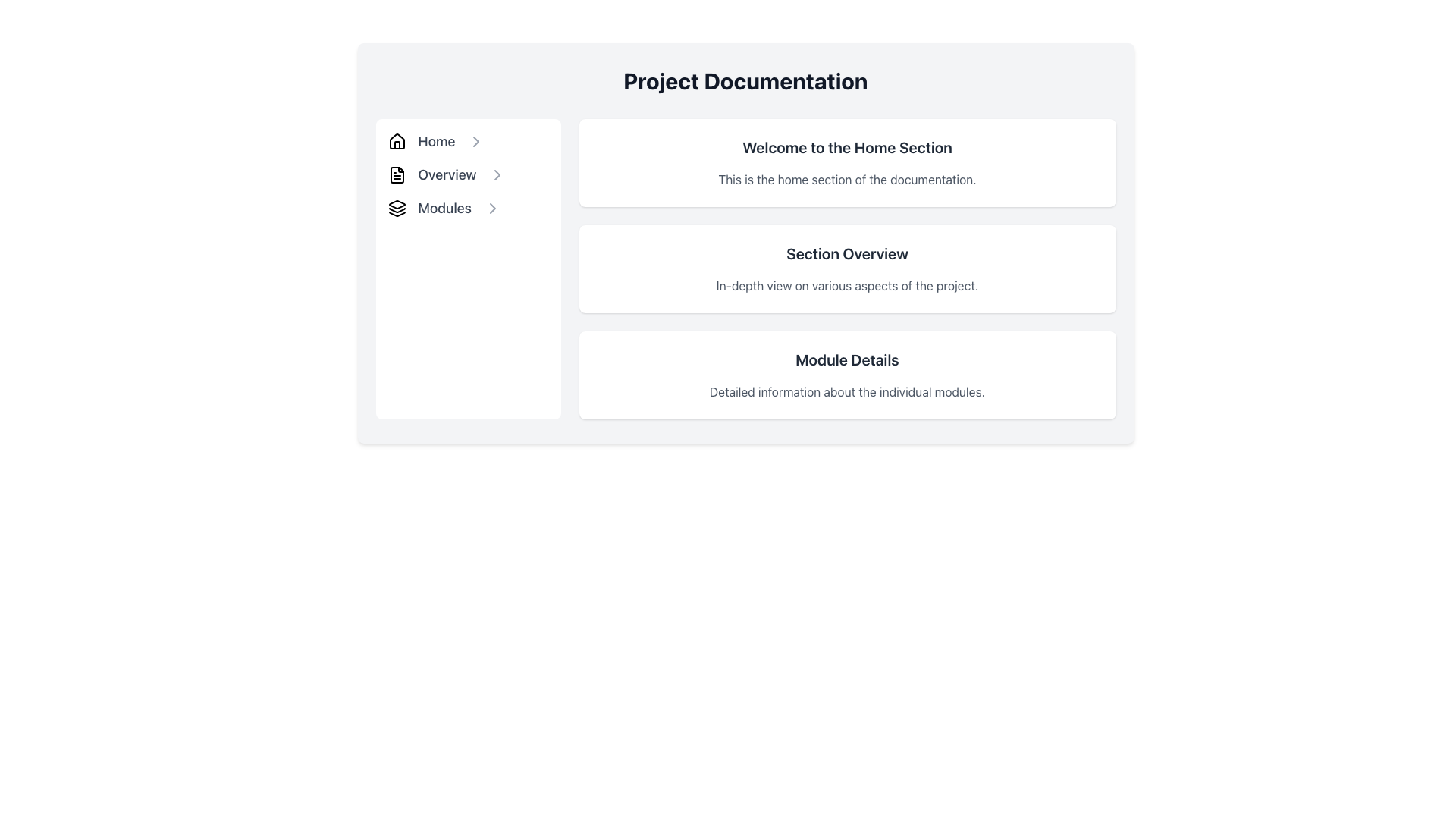 The height and width of the screenshot is (819, 1456). I want to click on the informational block titled 'Module Details', which contains a description about the individual modules, so click(846, 375).